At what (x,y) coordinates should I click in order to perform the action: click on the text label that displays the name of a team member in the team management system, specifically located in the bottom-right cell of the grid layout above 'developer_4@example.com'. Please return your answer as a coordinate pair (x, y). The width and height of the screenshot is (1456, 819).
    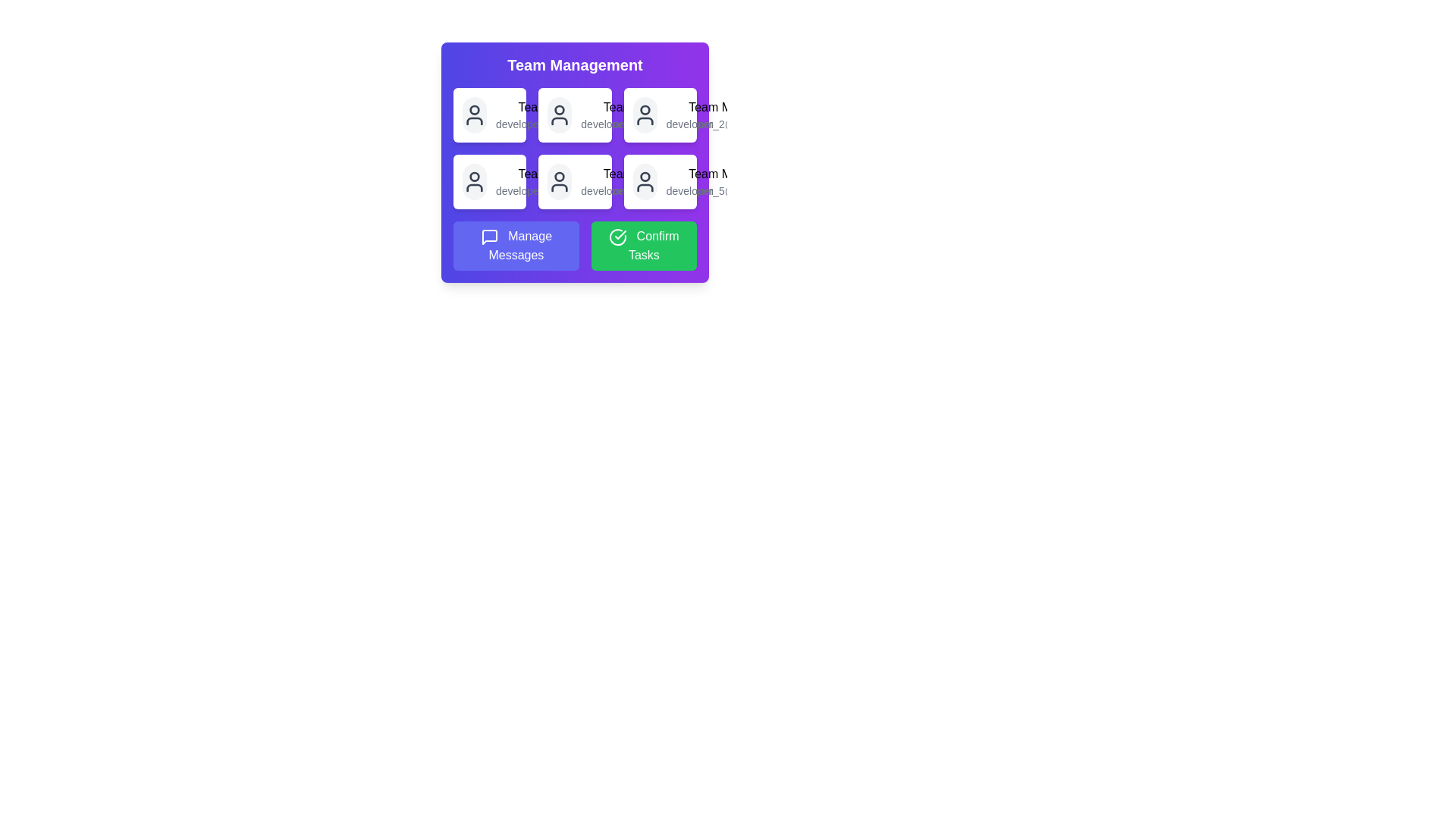
    Looking at the image, I should click on (647, 174).